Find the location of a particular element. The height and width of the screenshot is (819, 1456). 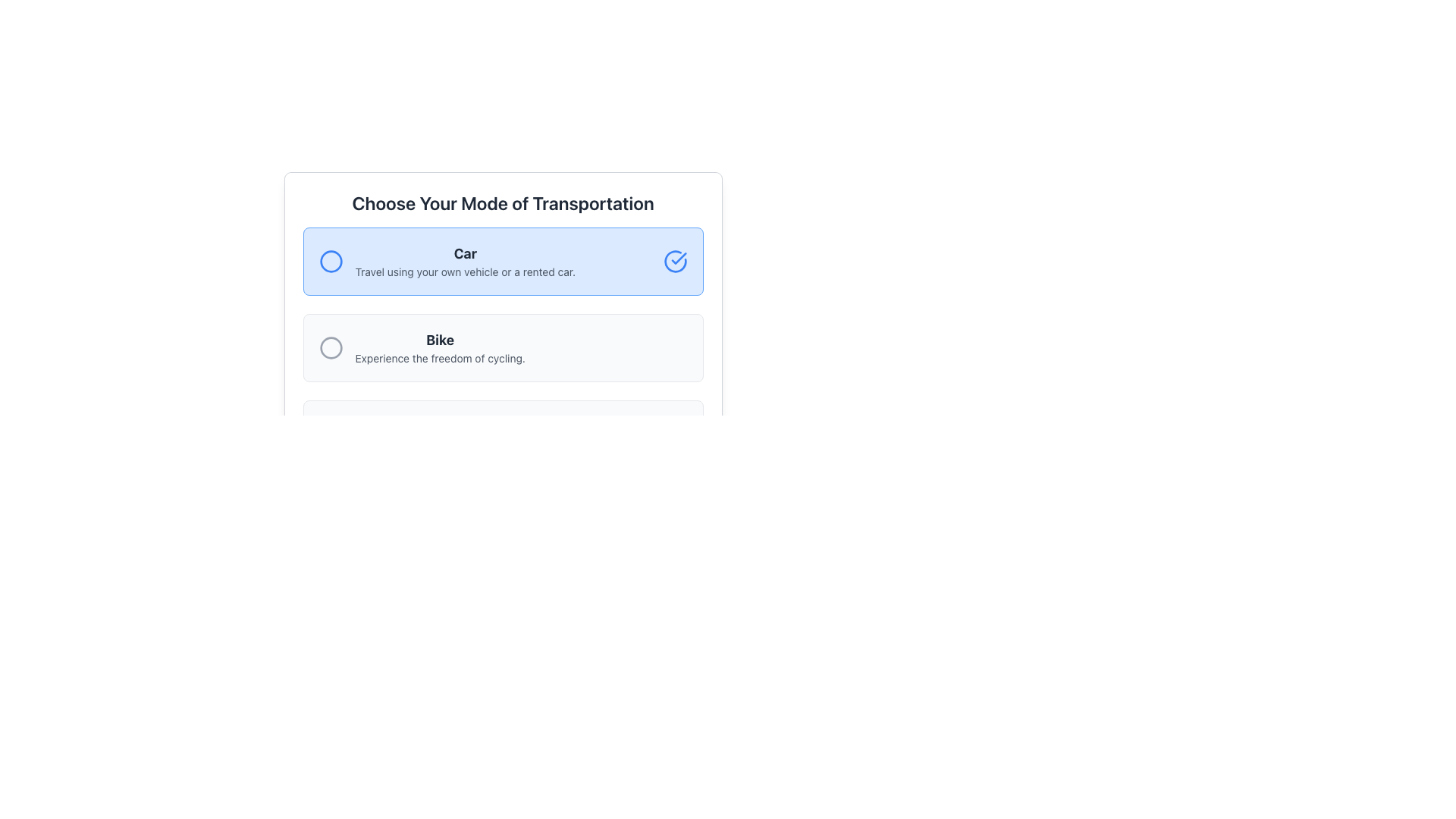

the interactive icon (circle) that serves as a selection marker for the 'Bike' option, located at the center of the left side of the choice block labeled 'Bike' is located at coordinates (330, 348).